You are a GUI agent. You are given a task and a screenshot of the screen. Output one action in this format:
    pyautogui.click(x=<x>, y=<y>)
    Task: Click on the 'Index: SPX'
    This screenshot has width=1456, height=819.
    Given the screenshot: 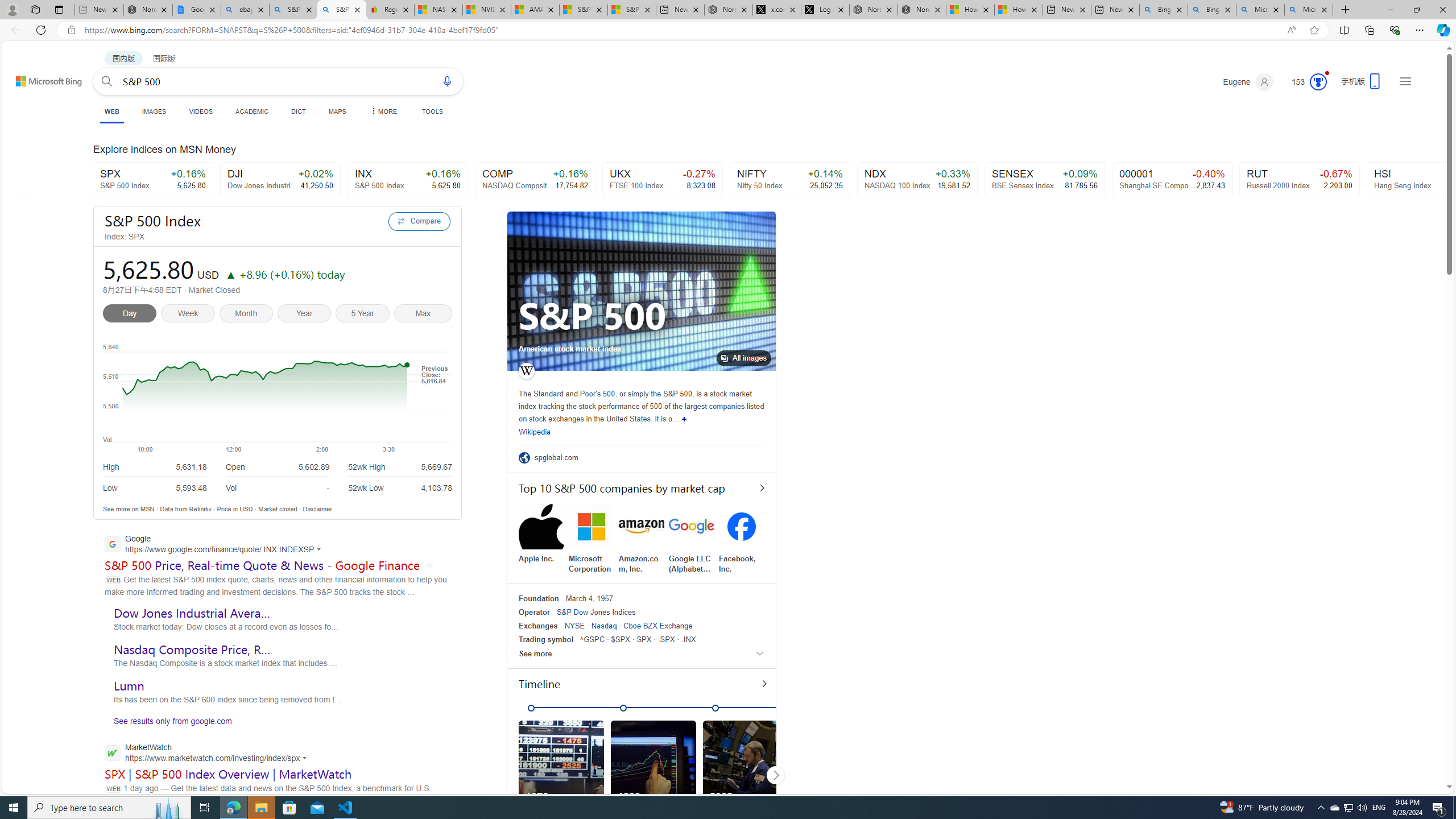 What is the action you would take?
    pyautogui.click(x=243, y=236)
    